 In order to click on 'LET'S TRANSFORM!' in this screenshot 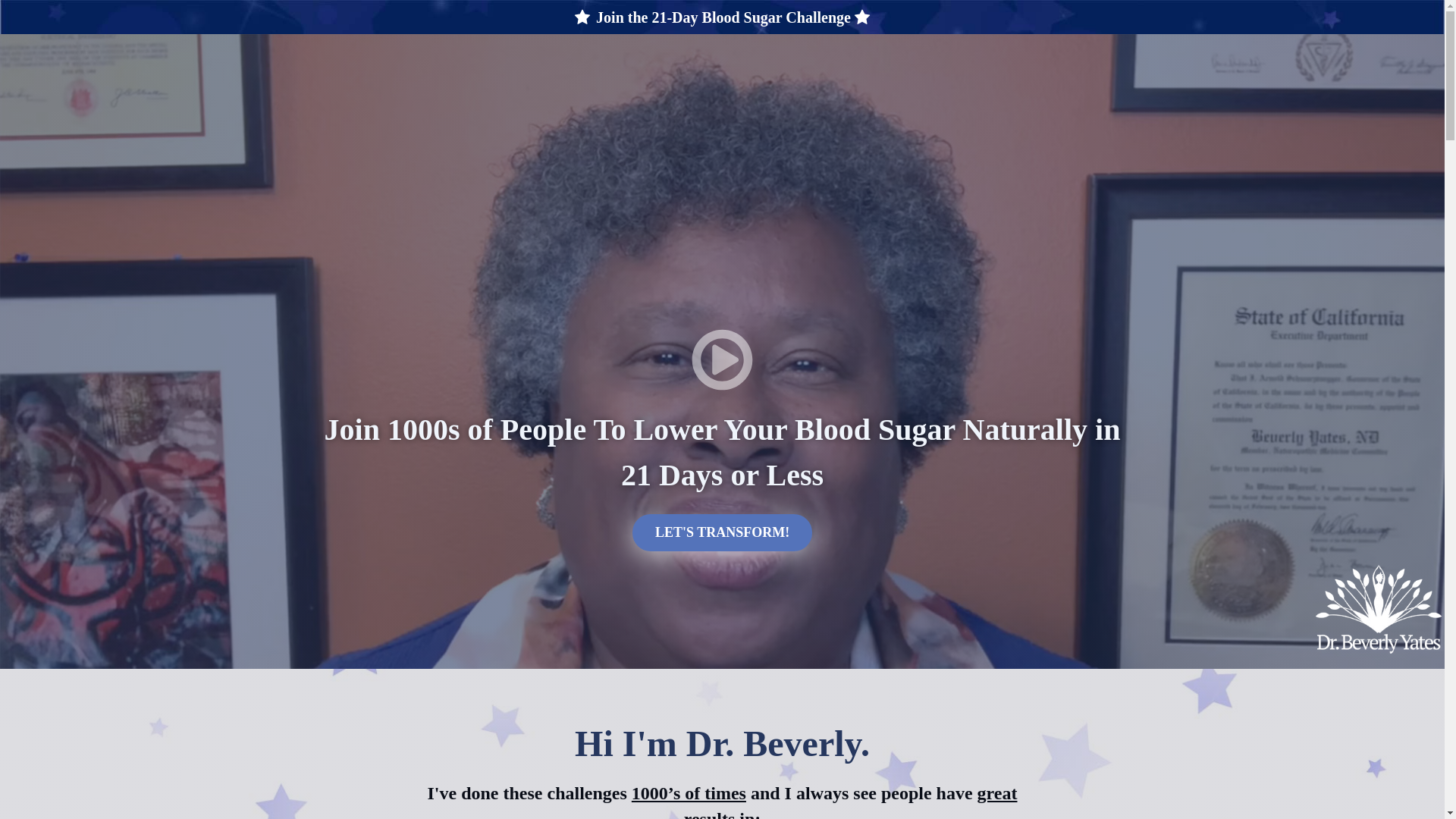, I will do `click(721, 532)`.